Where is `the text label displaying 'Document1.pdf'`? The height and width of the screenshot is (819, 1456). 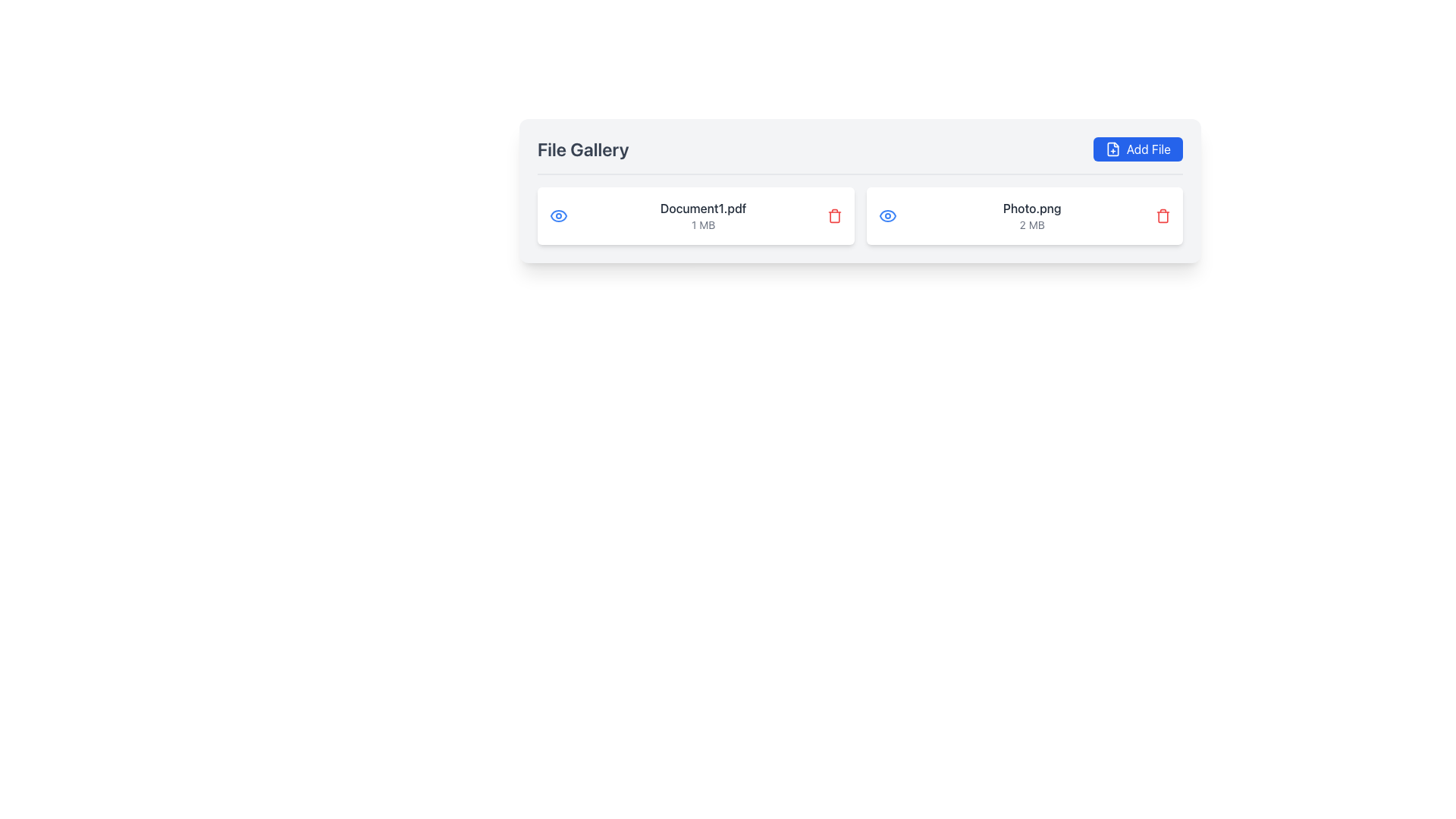 the text label displaying 'Document1.pdf' is located at coordinates (702, 208).